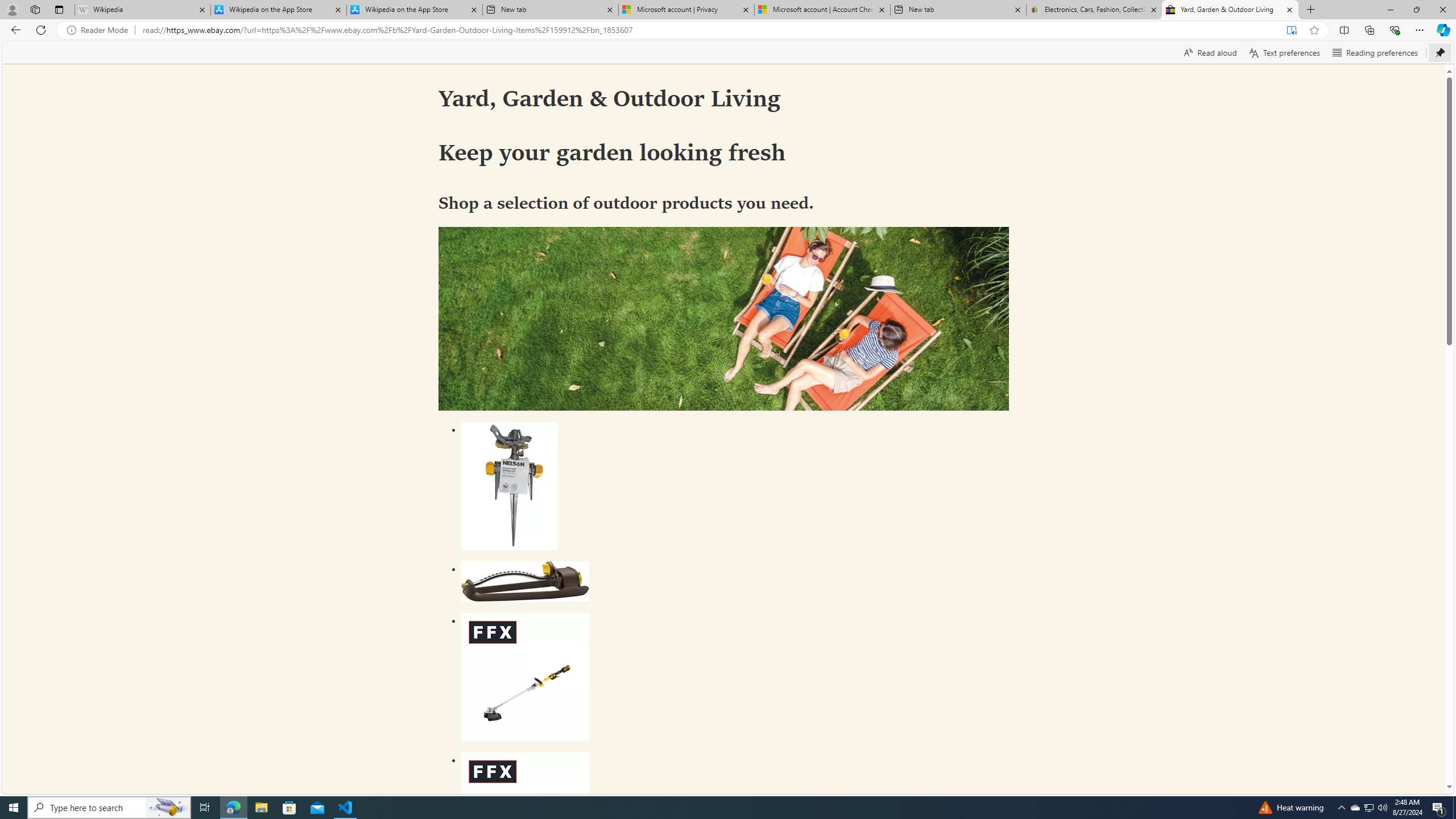  What do you see at coordinates (1210, 52) in the screenshot?
I see `'Read aloud'` at bounding box center [1210, 52].